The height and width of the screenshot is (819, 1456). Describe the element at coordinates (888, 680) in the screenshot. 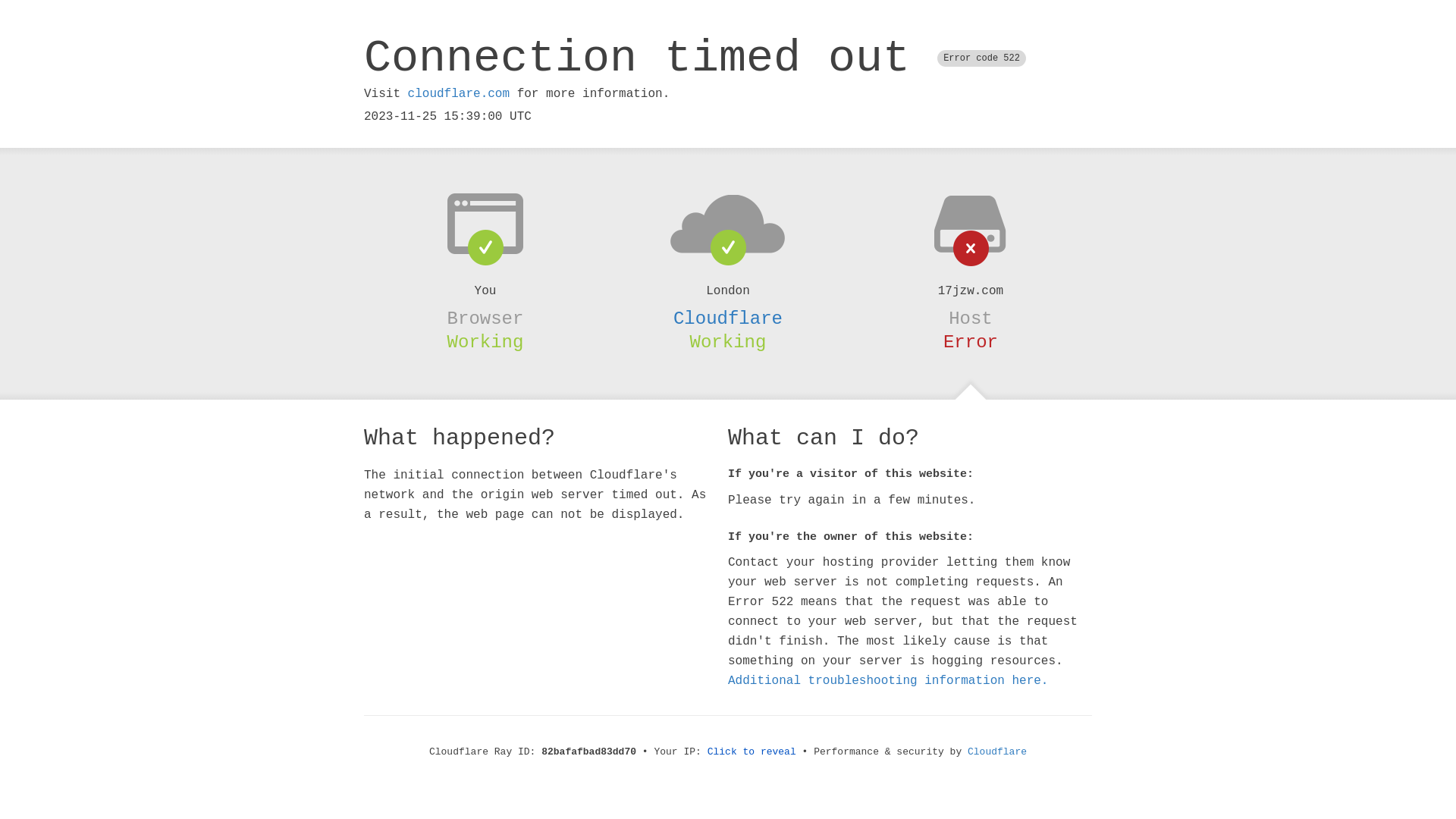

I see `'Additional troubleshooting information here.'` at that location.